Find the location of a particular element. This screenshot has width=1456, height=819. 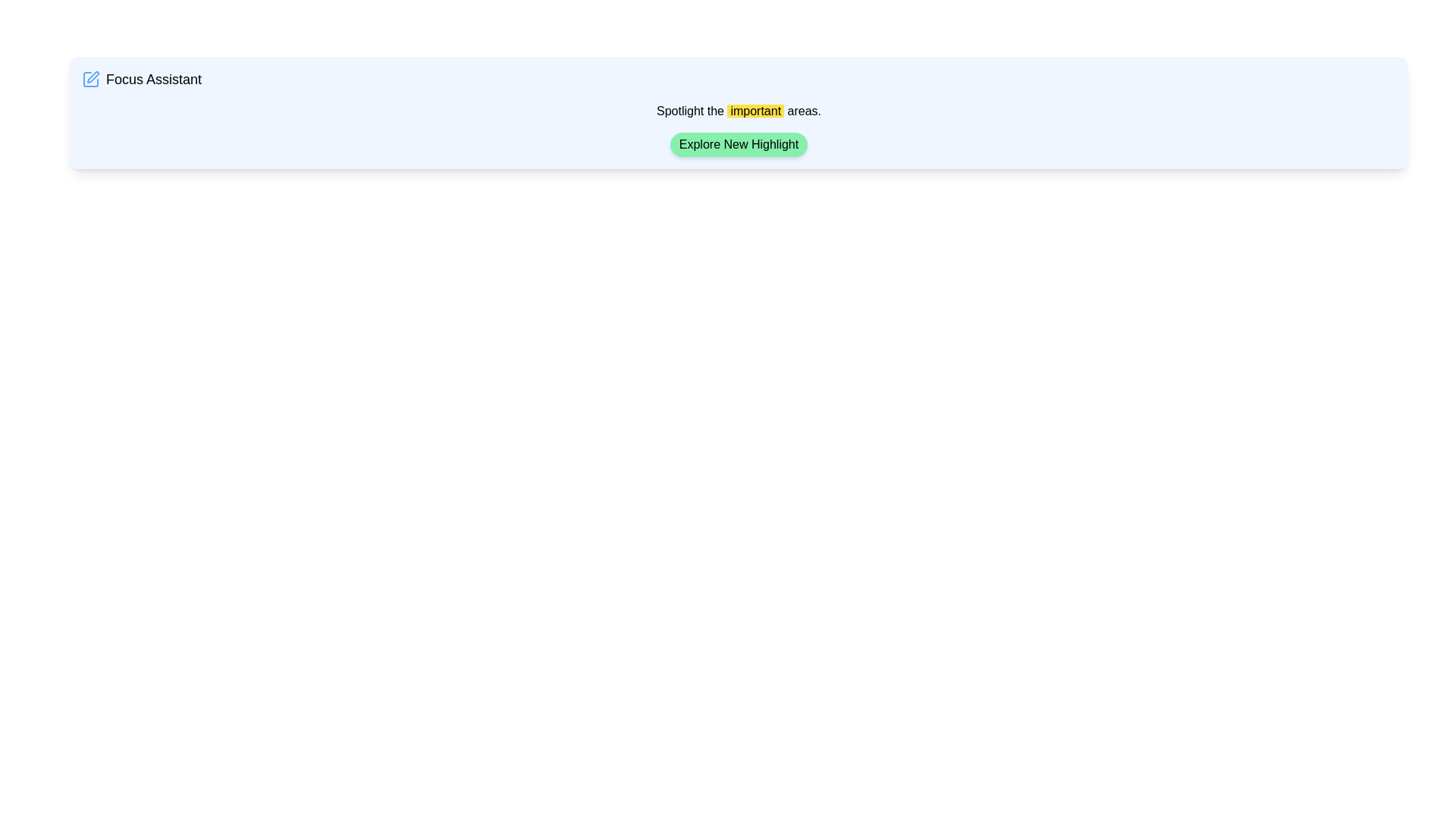

the button with a green background labeled 'Explore New Highlight' is located at coordinates (739, 145).